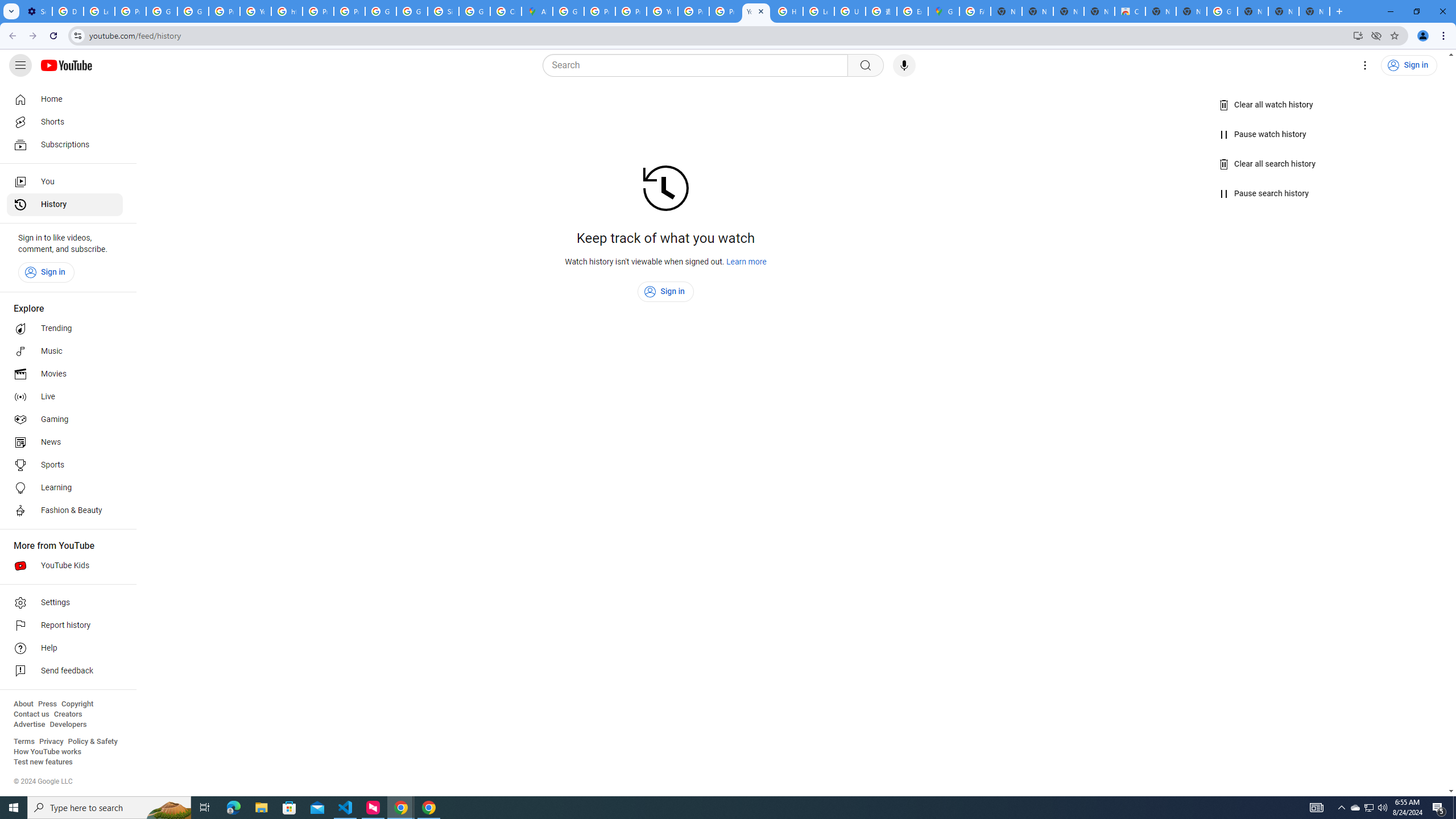 The image size is (1456, 819). Describe the element at coordinates (943, 11) in the screenshot. I see `'Google Maps'` at that location.